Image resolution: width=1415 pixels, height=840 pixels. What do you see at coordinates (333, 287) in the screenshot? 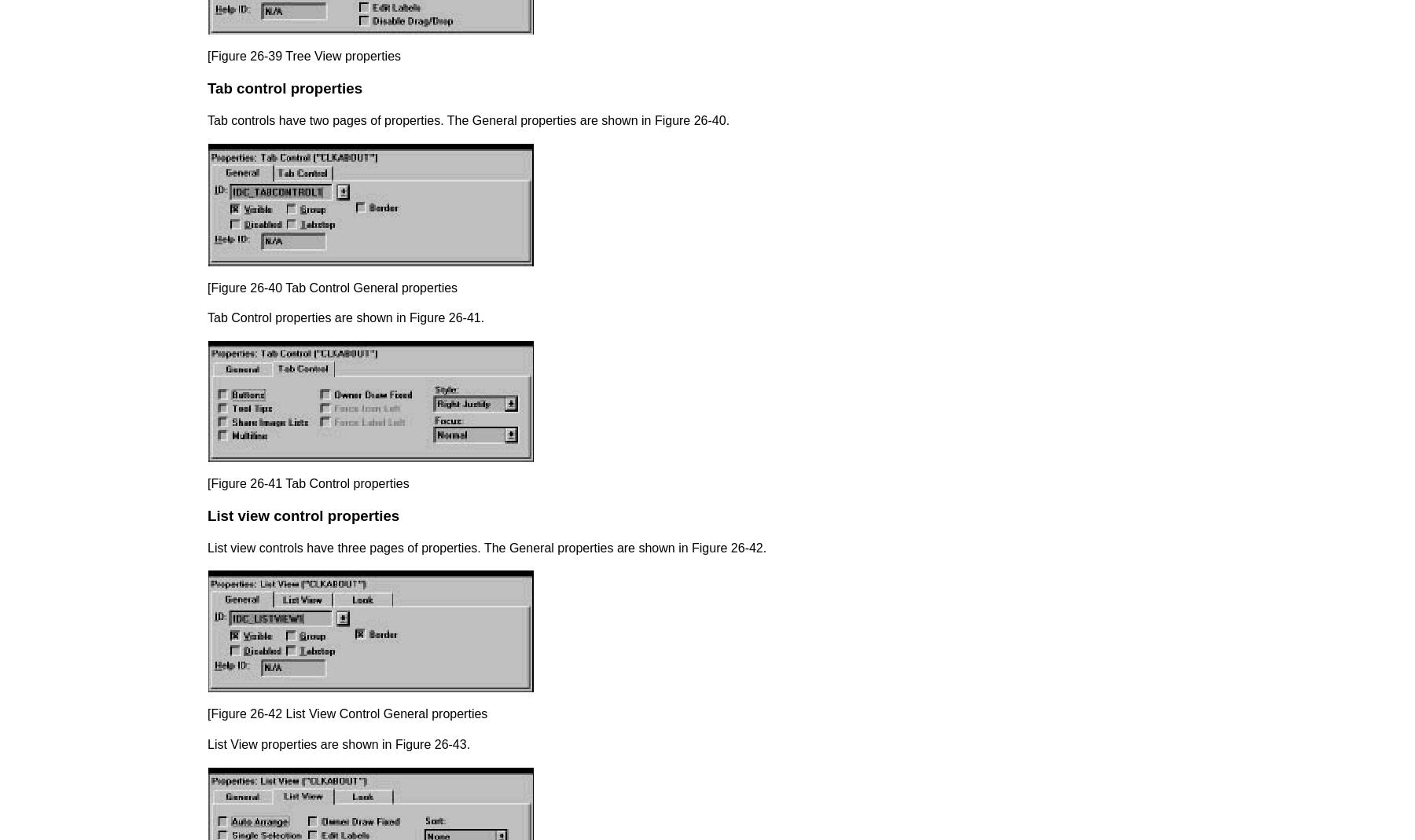
I see `'[Figure 26-40 Tab Control General properties'` at bounding box center [333, 287].